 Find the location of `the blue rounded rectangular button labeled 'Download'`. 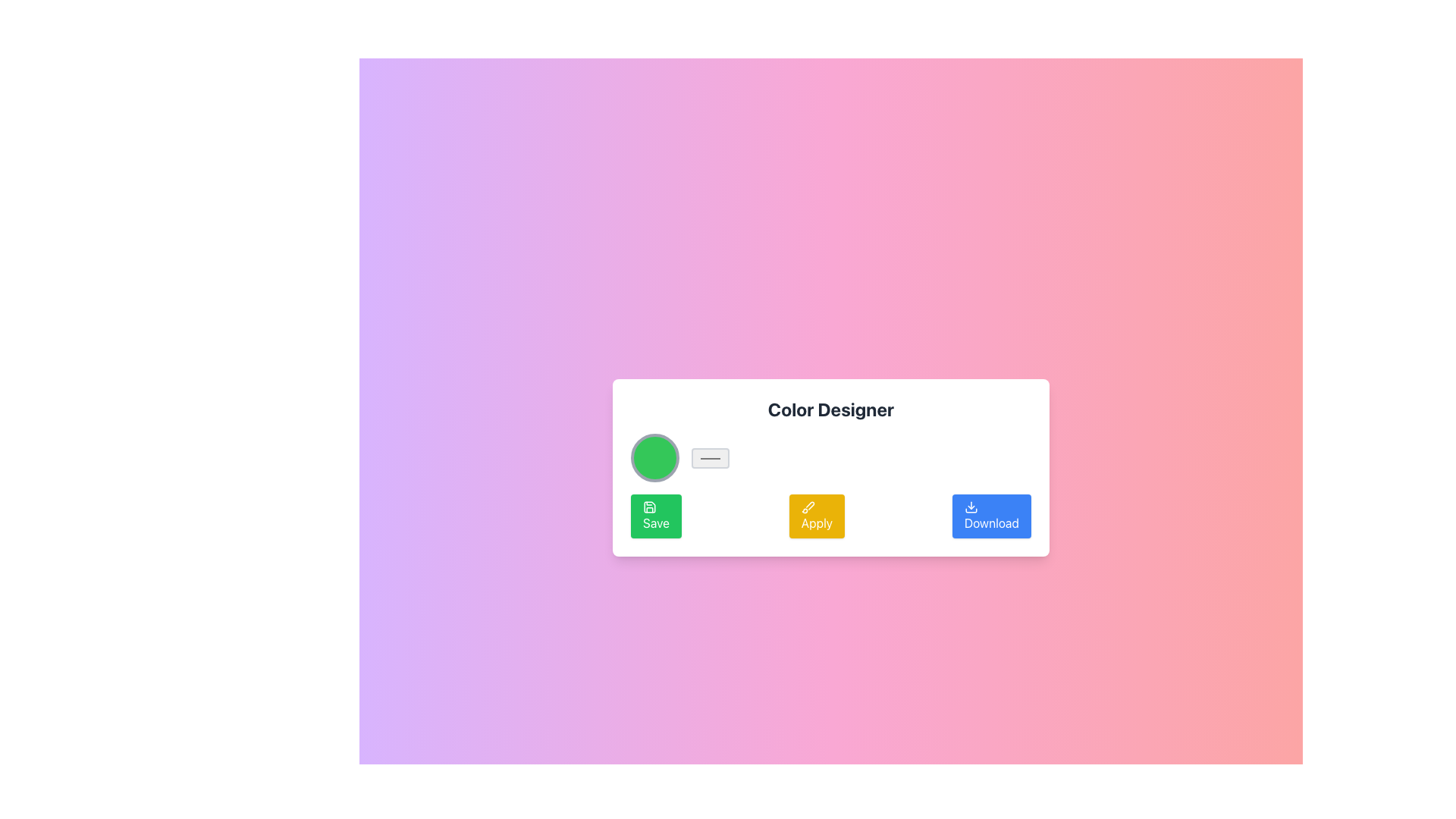

the blue rounded rectangular button labeled 'Download' is located at coordinates (991, 516).